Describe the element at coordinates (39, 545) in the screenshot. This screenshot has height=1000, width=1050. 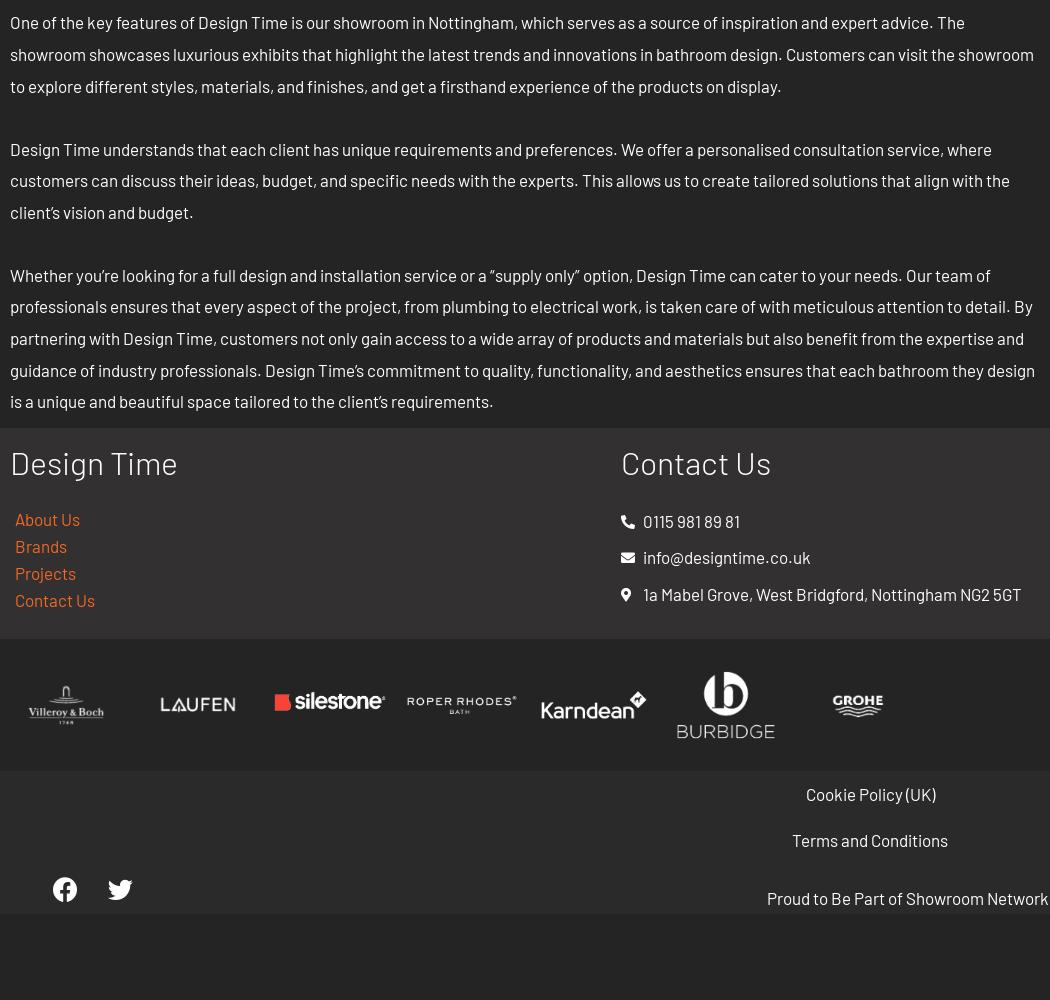
I see `'Brands'` at that location.